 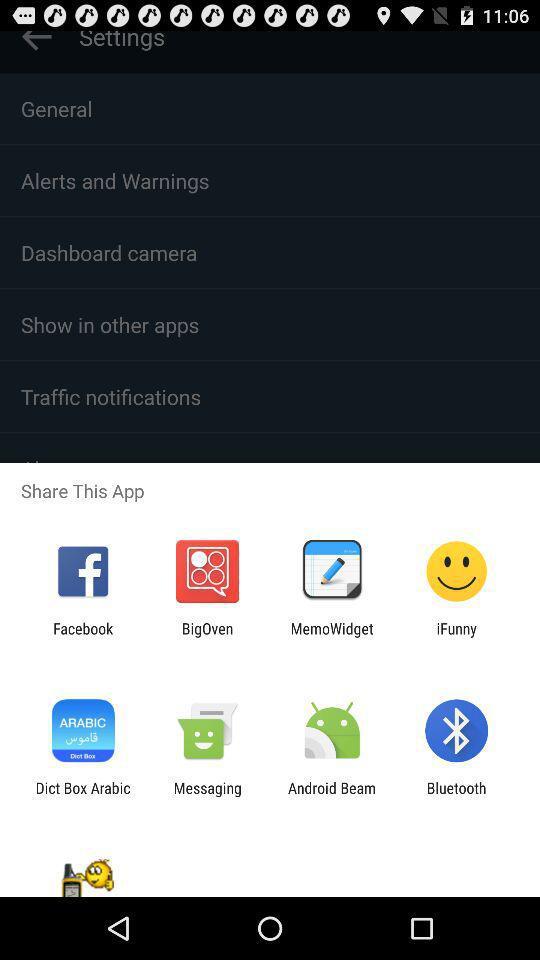 I want to click on the icon to the right of the messaging item, so click(x=332, y=796).